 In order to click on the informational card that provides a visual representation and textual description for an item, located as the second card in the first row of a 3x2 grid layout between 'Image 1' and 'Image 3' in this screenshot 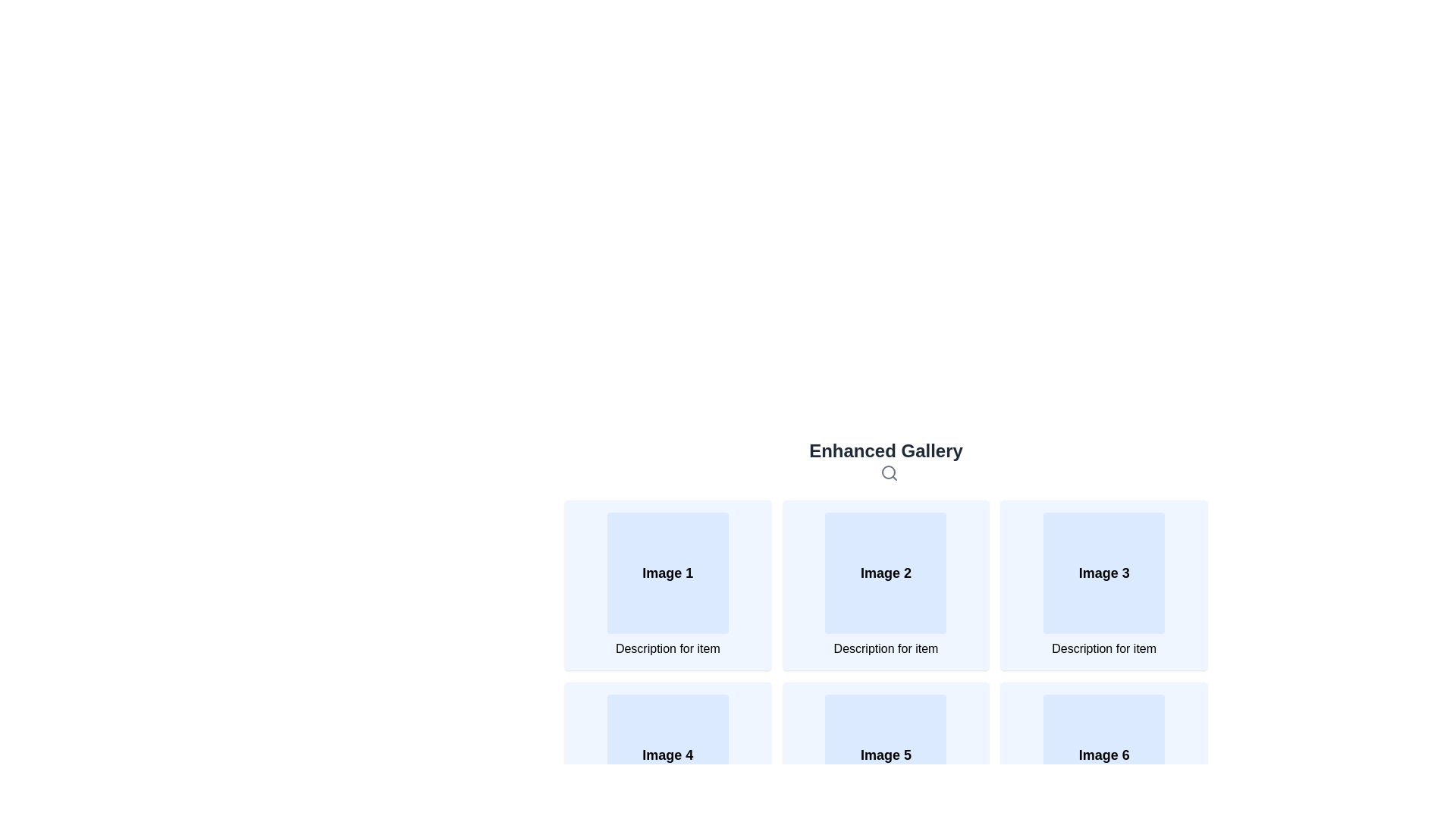, I will do `click(886, 584)`.